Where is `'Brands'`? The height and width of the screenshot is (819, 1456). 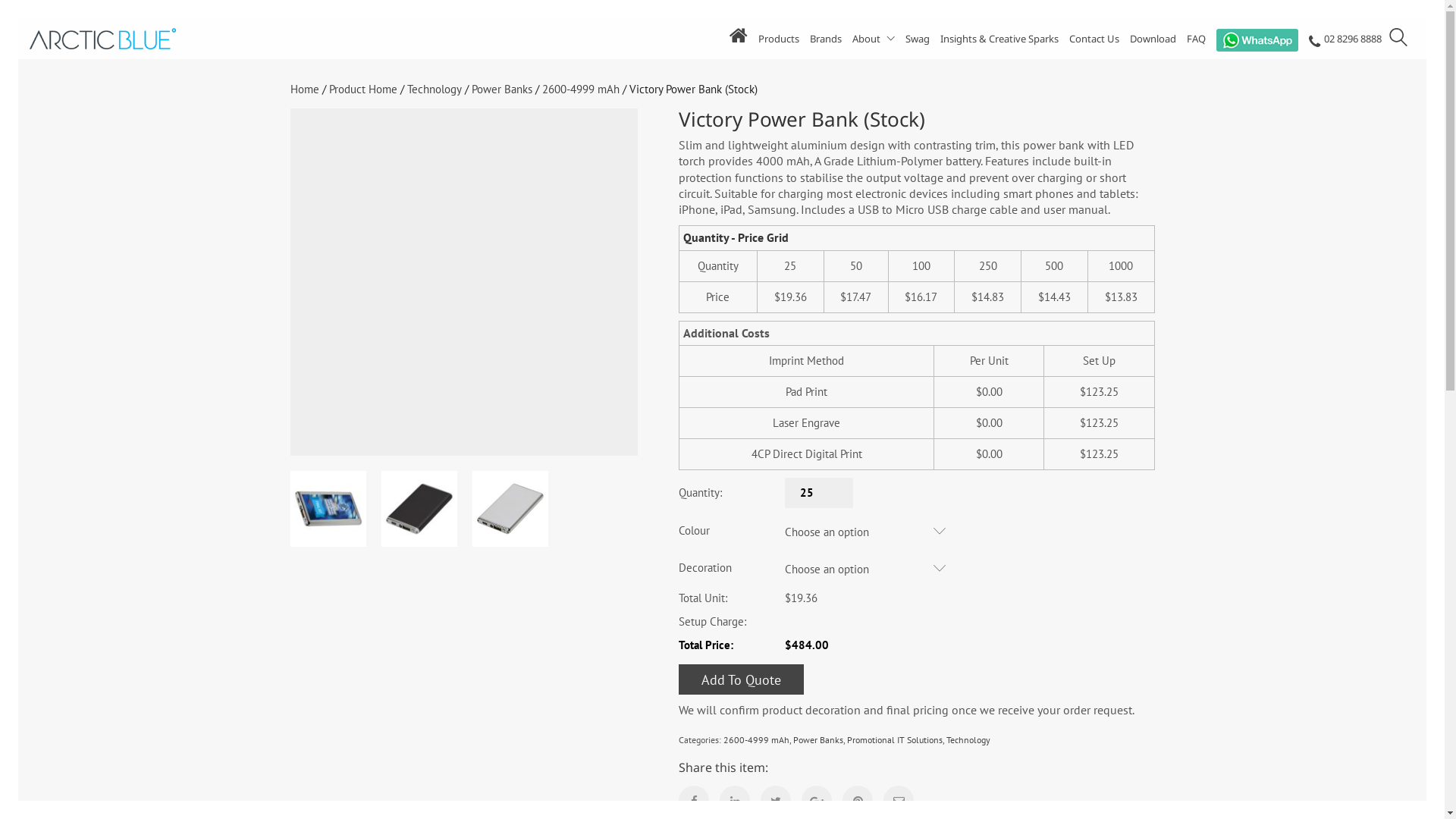 'Brands' is located at coordinates (825, 38).